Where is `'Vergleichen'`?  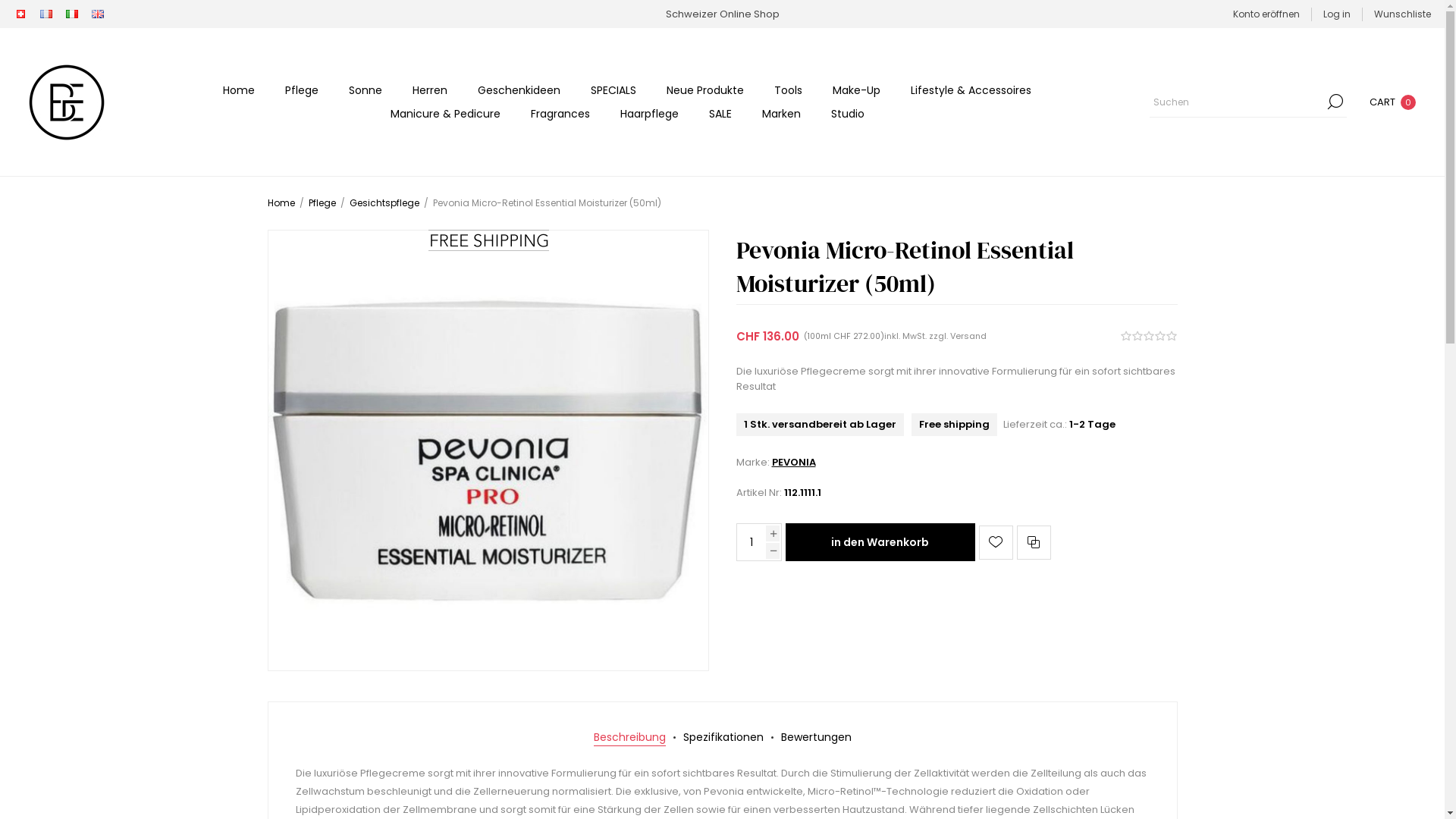
'Vergleichen' is located at coordinates (1032, 541).